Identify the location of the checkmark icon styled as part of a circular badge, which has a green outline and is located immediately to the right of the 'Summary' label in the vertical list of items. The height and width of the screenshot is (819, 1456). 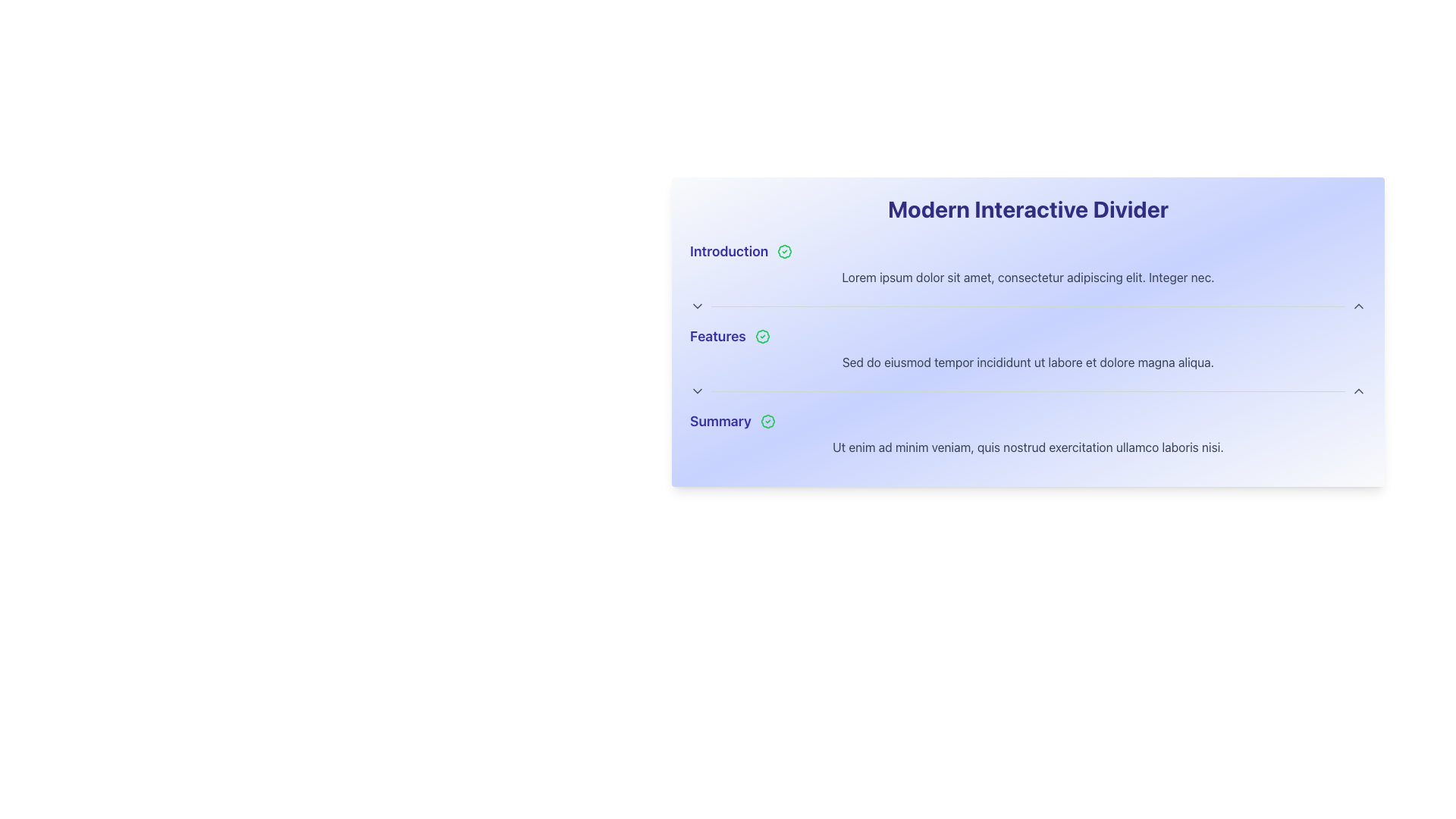
(767, 421).